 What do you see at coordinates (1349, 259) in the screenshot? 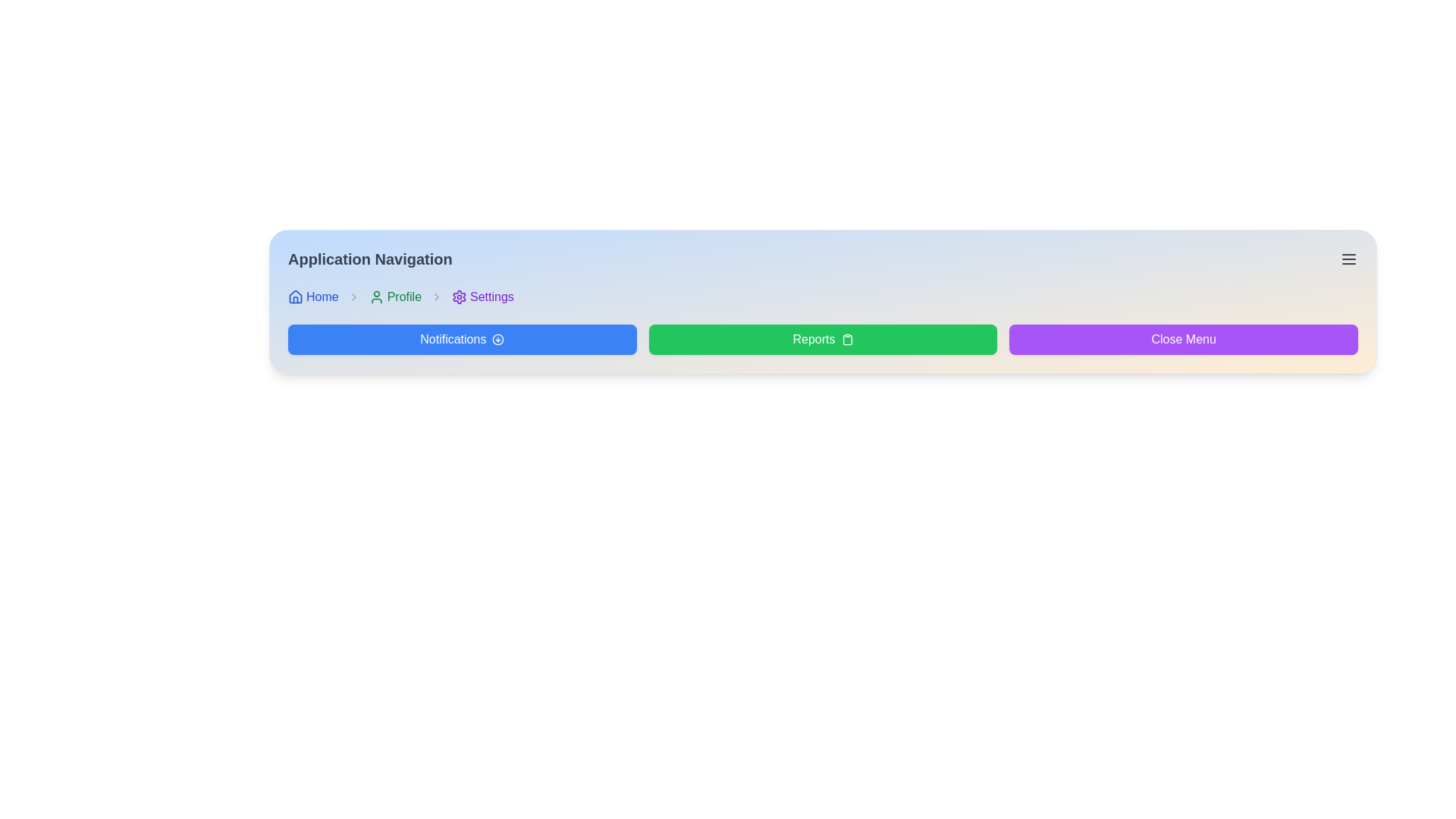
I see `the menu toggle button located at the upper-right corner of the interface next to the 'Application Navigation' text` at bounding box center [1349, 259].